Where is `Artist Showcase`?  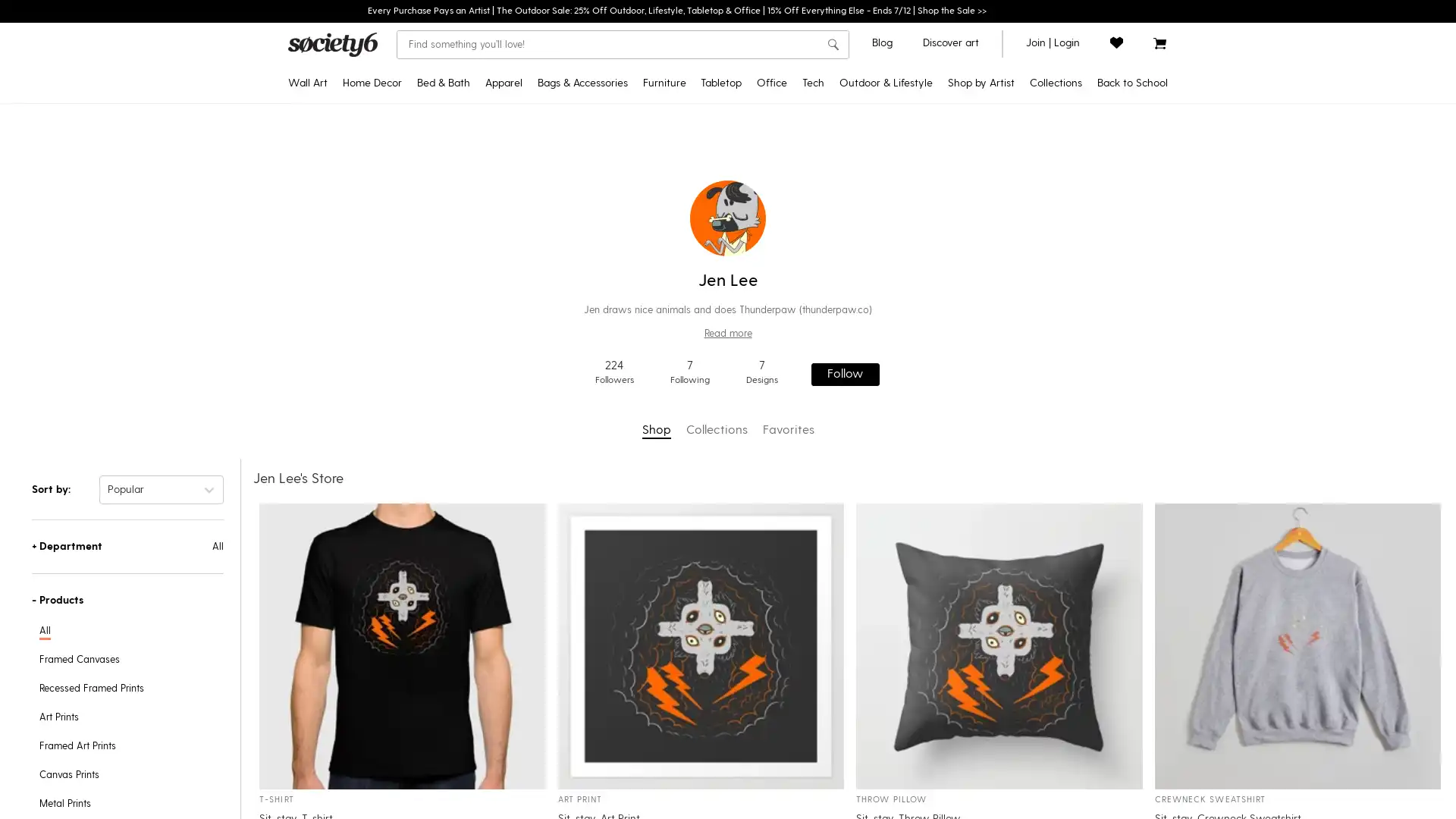
Artist Showcase is located at coordinates (940, 292).